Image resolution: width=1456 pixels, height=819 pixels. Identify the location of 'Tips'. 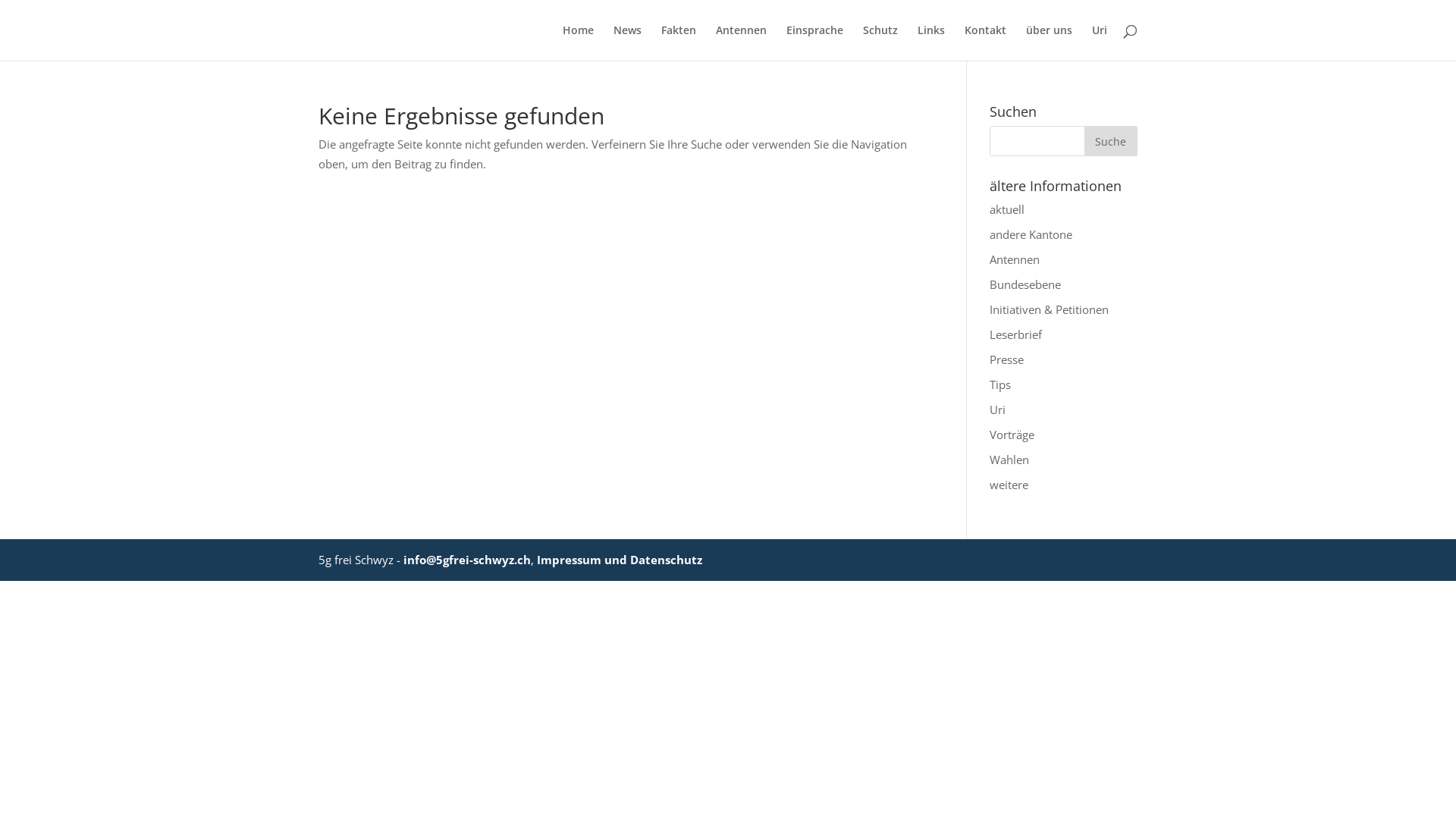
(1000, 383).